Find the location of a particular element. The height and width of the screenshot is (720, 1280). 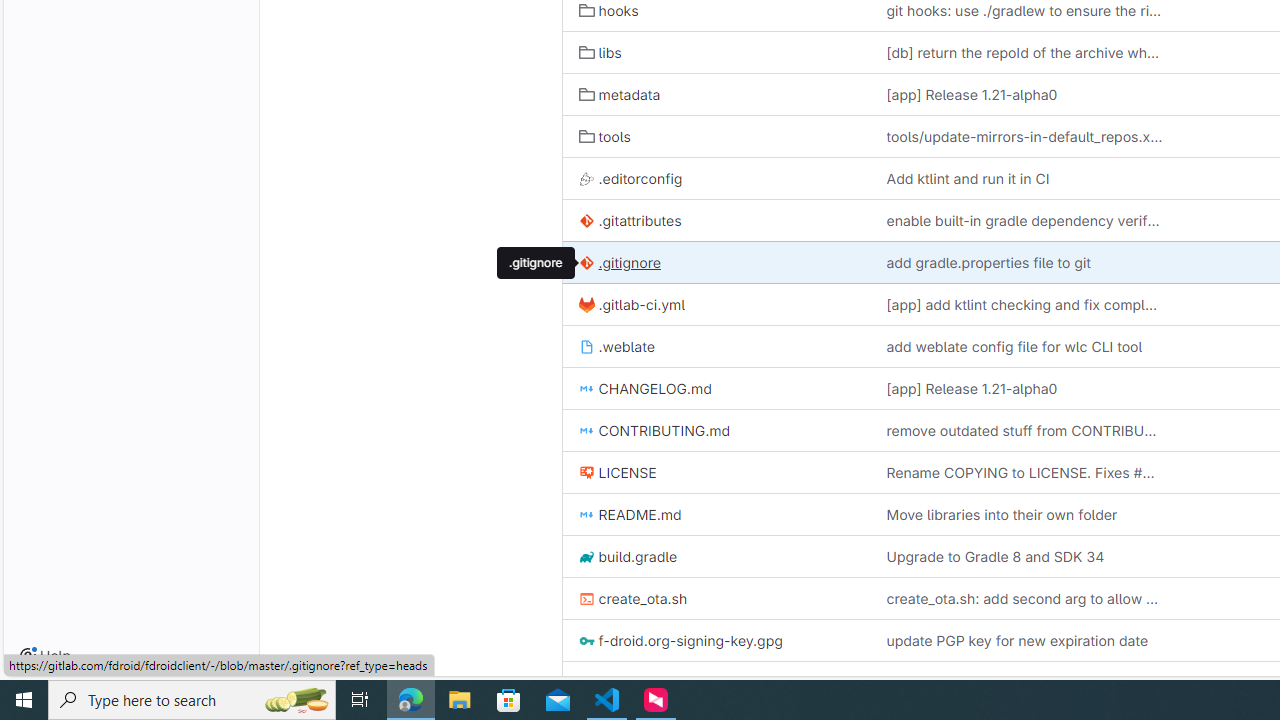

'CONTRIBUTING.md' is located at coordinates (716, 429).